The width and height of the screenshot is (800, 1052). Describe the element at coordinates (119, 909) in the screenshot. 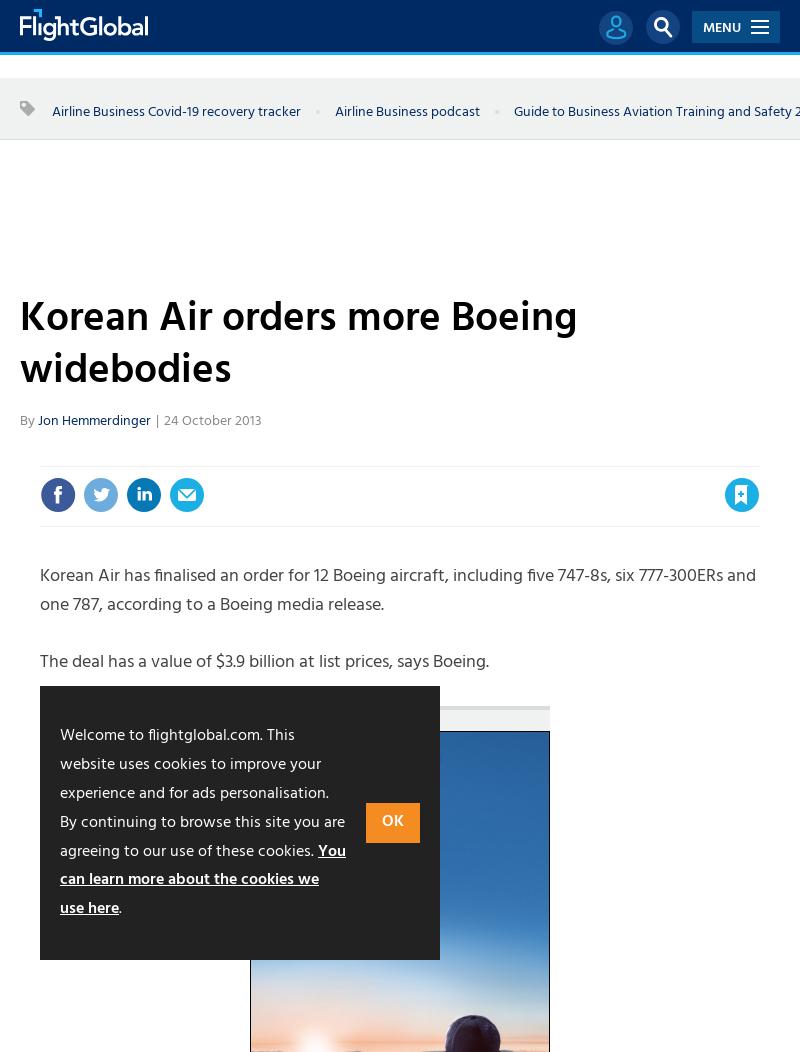

I see `'.'` at that location.